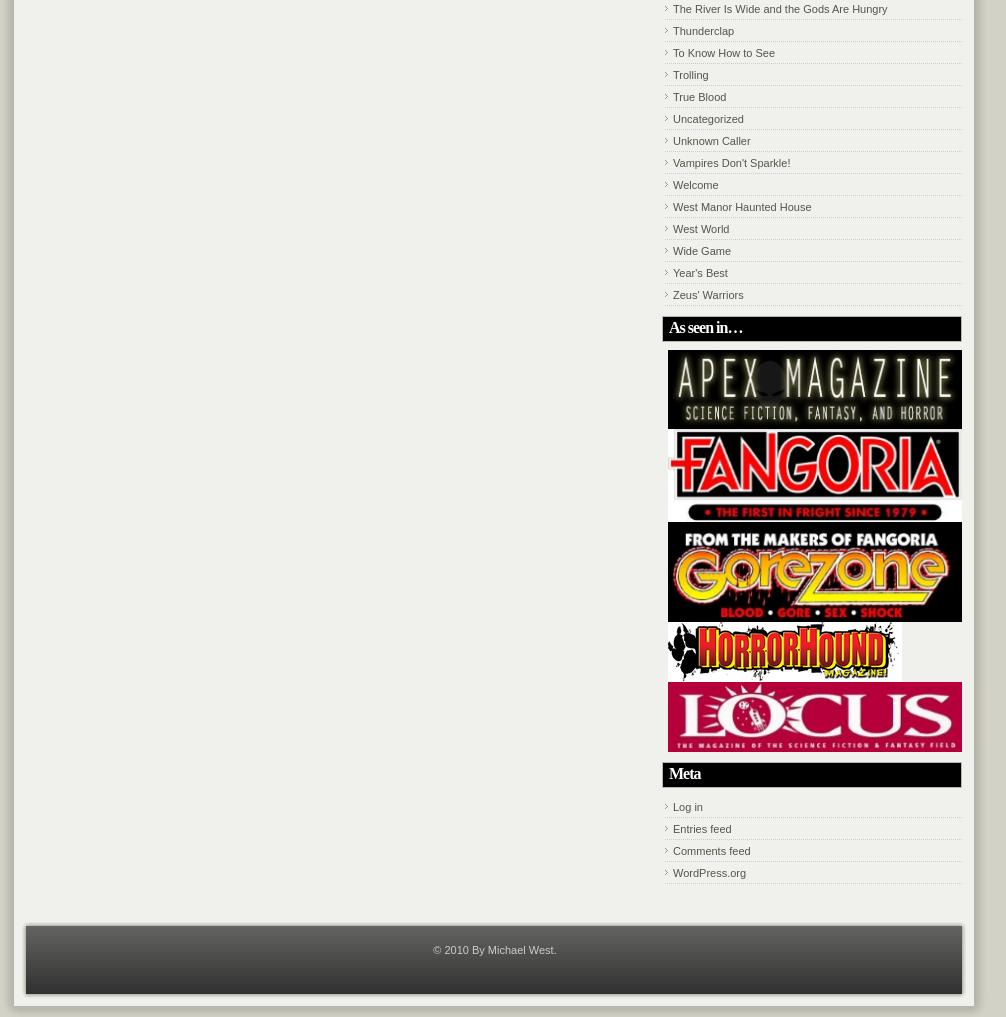 This screenshot has height=1017, width=1006. Describe the element at coordinates (511, 948) in the screenshot. I see `'By Michael West'` at that location.